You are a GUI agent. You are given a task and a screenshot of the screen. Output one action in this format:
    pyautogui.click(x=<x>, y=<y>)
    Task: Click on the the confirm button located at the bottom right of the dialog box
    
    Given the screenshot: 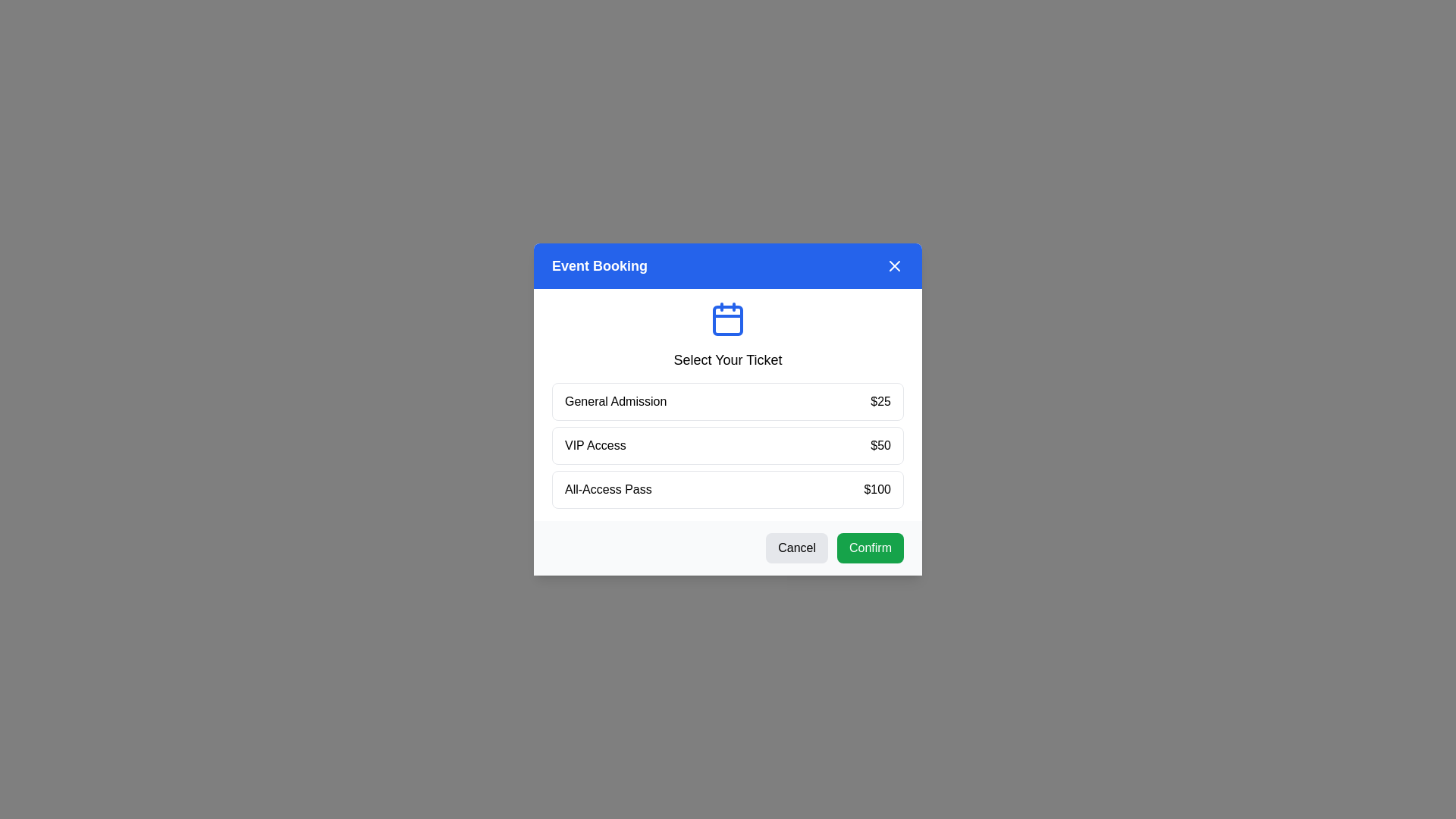 What is the action you would take?
    pyautogui.click(x=870, y=548)
    